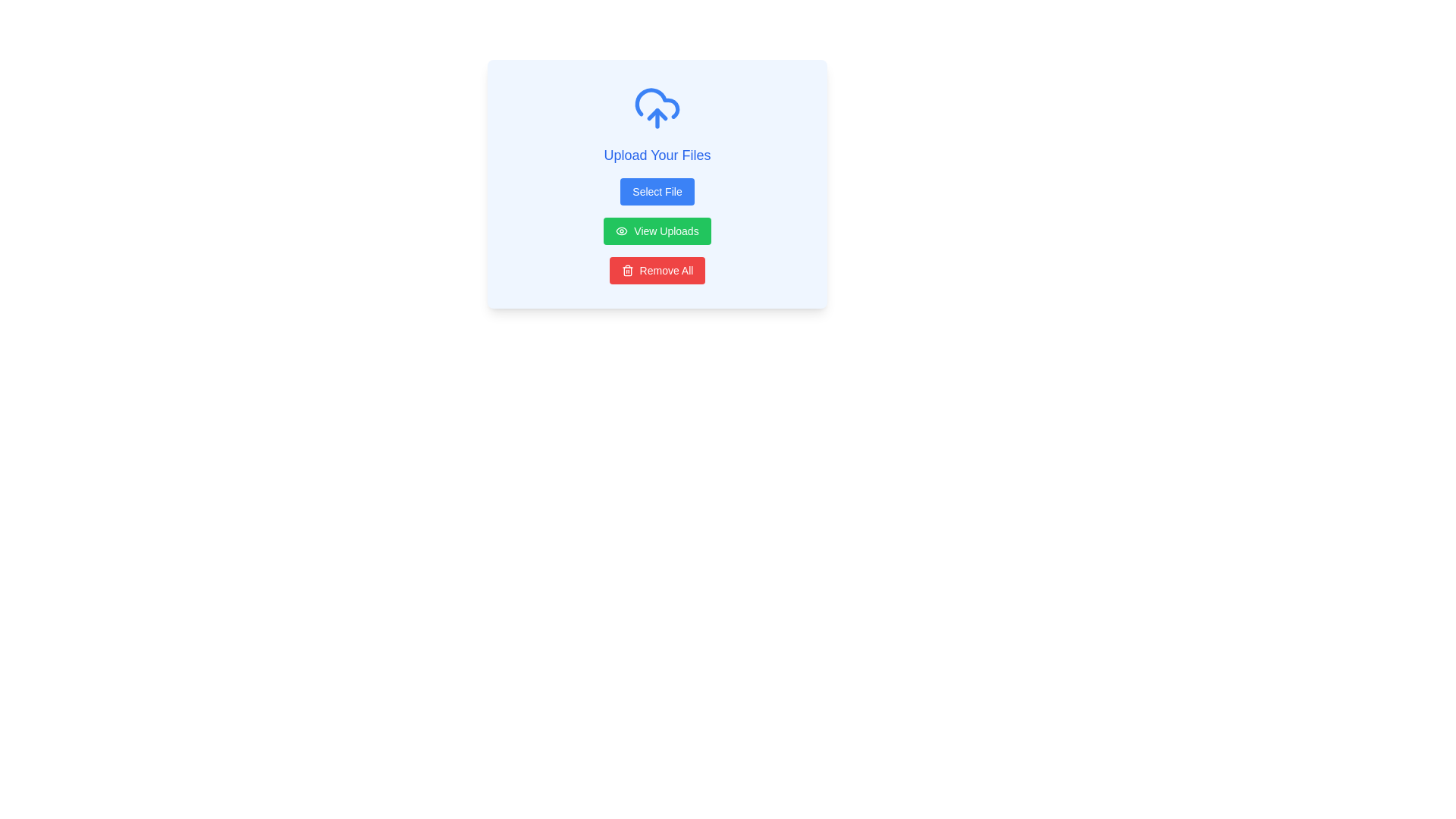  What do you see at coordinates (622, 231) in the screenshot?
I see `the decorative eye-shaped icon located on the left side of the 'View Uploads' button in the centered modal under the header 'Upload Your Files'` at bounding box center [622, 231].